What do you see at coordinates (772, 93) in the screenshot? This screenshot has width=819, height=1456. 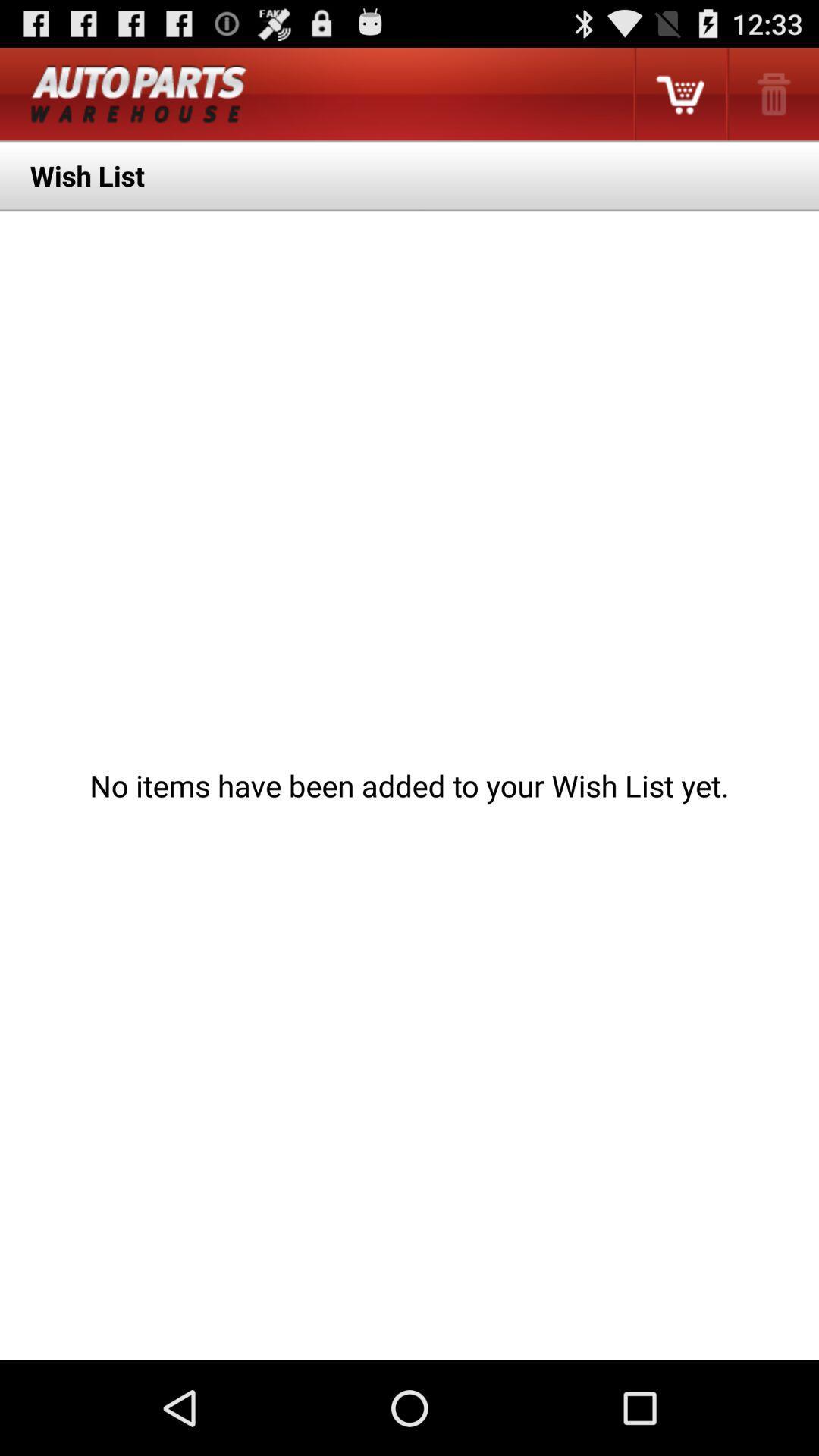 I see `the app above the wish list item` at bounding box center [772, 93].